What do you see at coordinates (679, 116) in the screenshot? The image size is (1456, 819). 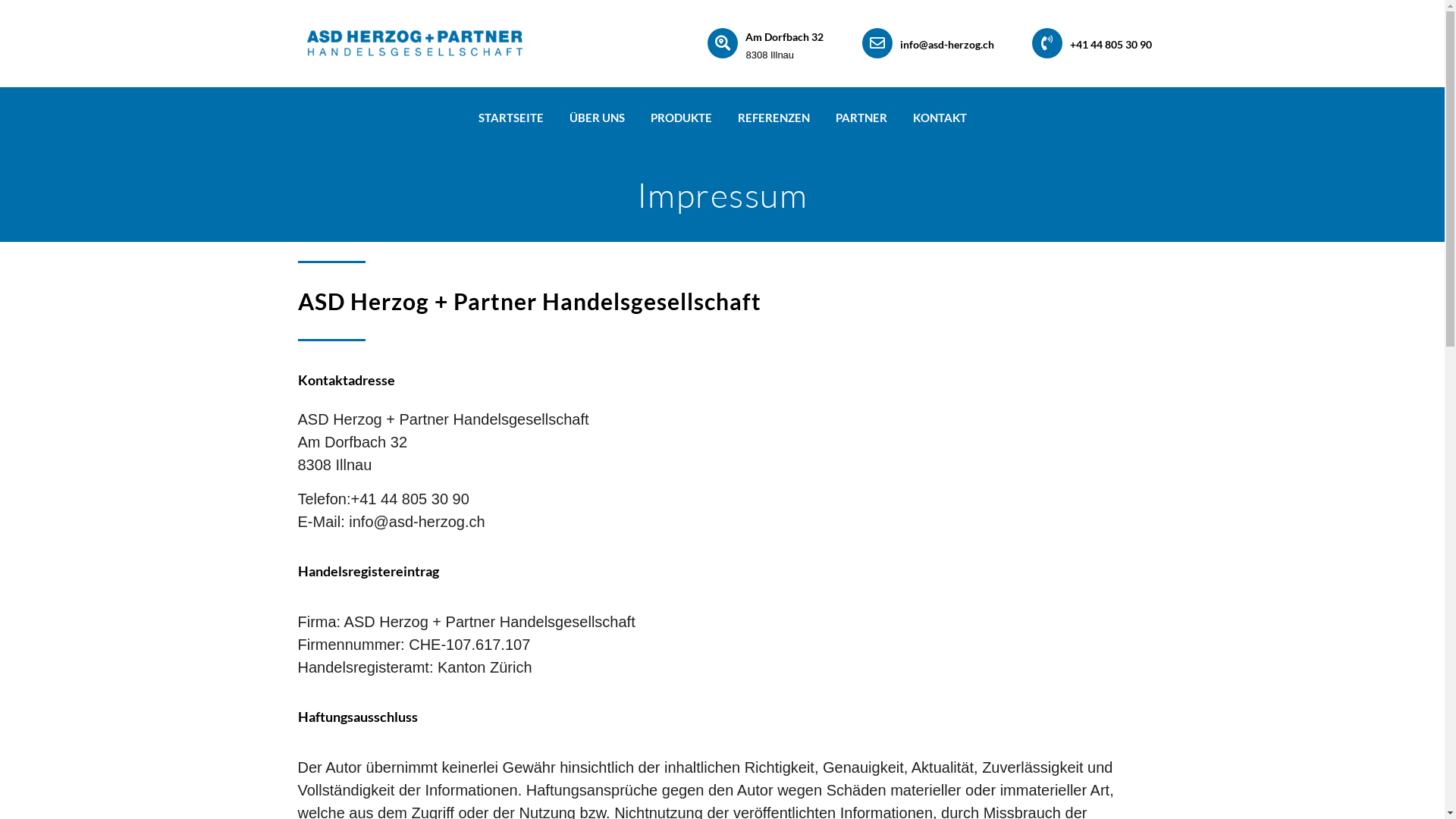 I see `'PRODUKTE'` at bounding box center [679, 116].